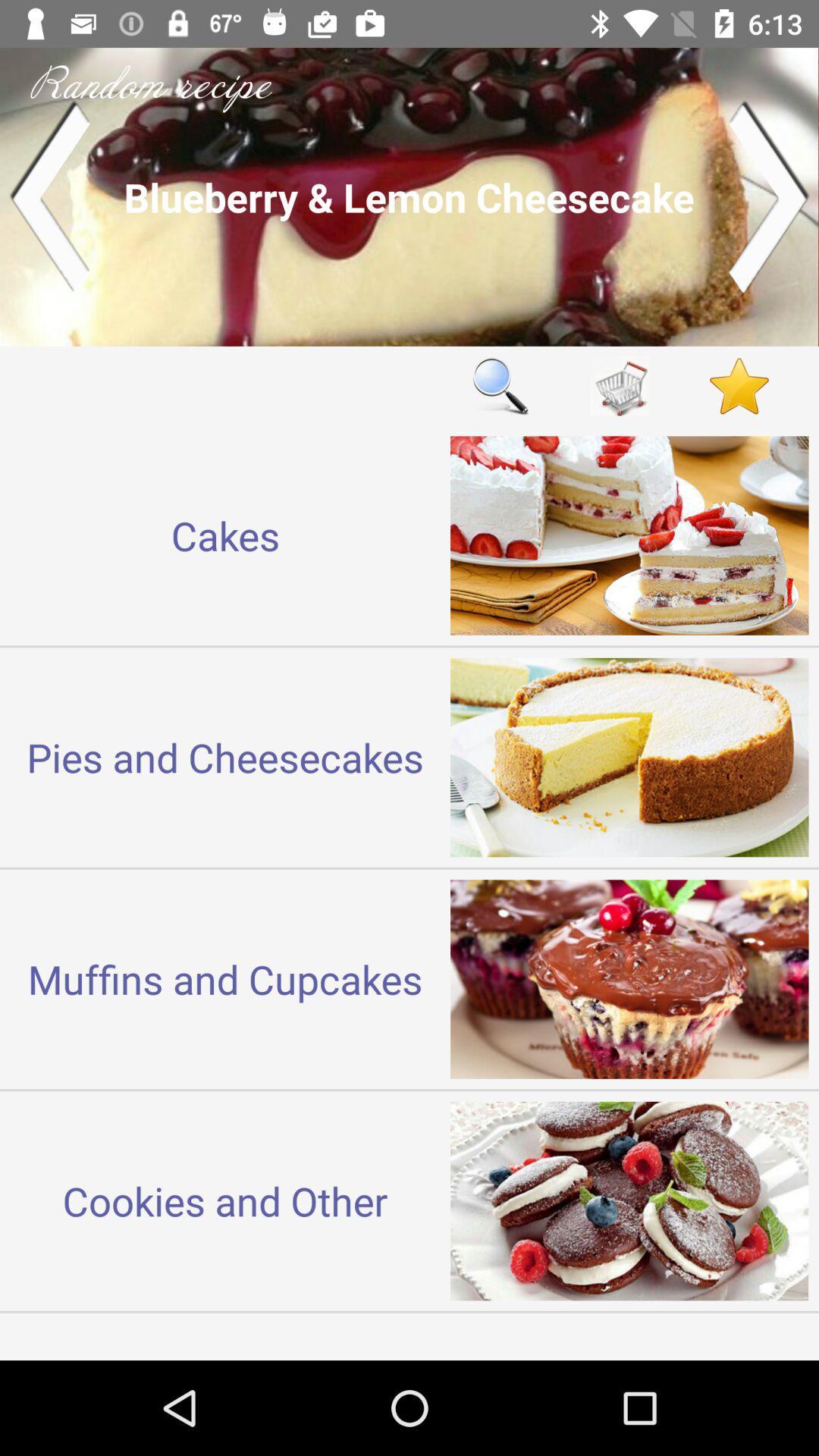  I want to click on icon below muffins and cupcakes item, so click(225, 1200).